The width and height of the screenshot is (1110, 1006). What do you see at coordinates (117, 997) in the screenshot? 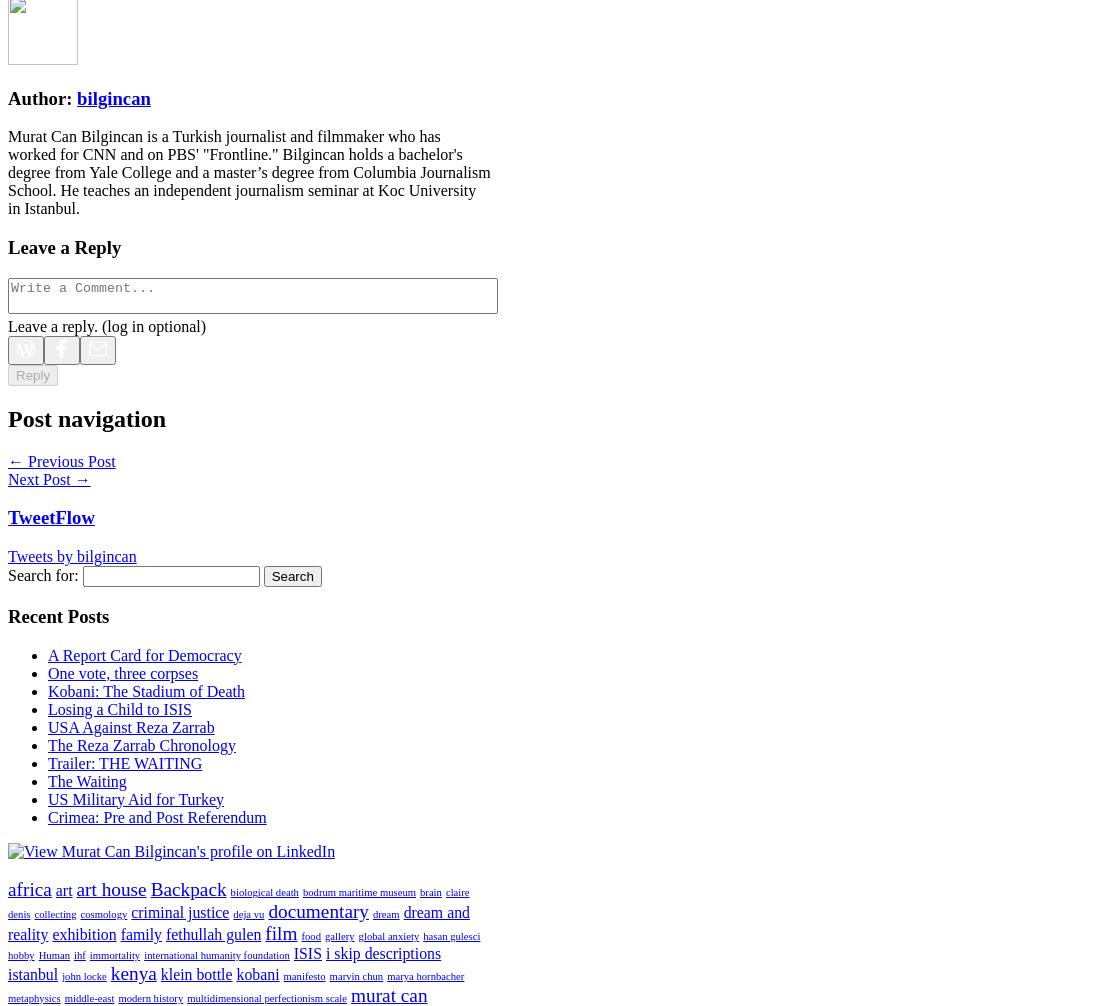
I see `'modern history'` at bounding box center [117, 997].